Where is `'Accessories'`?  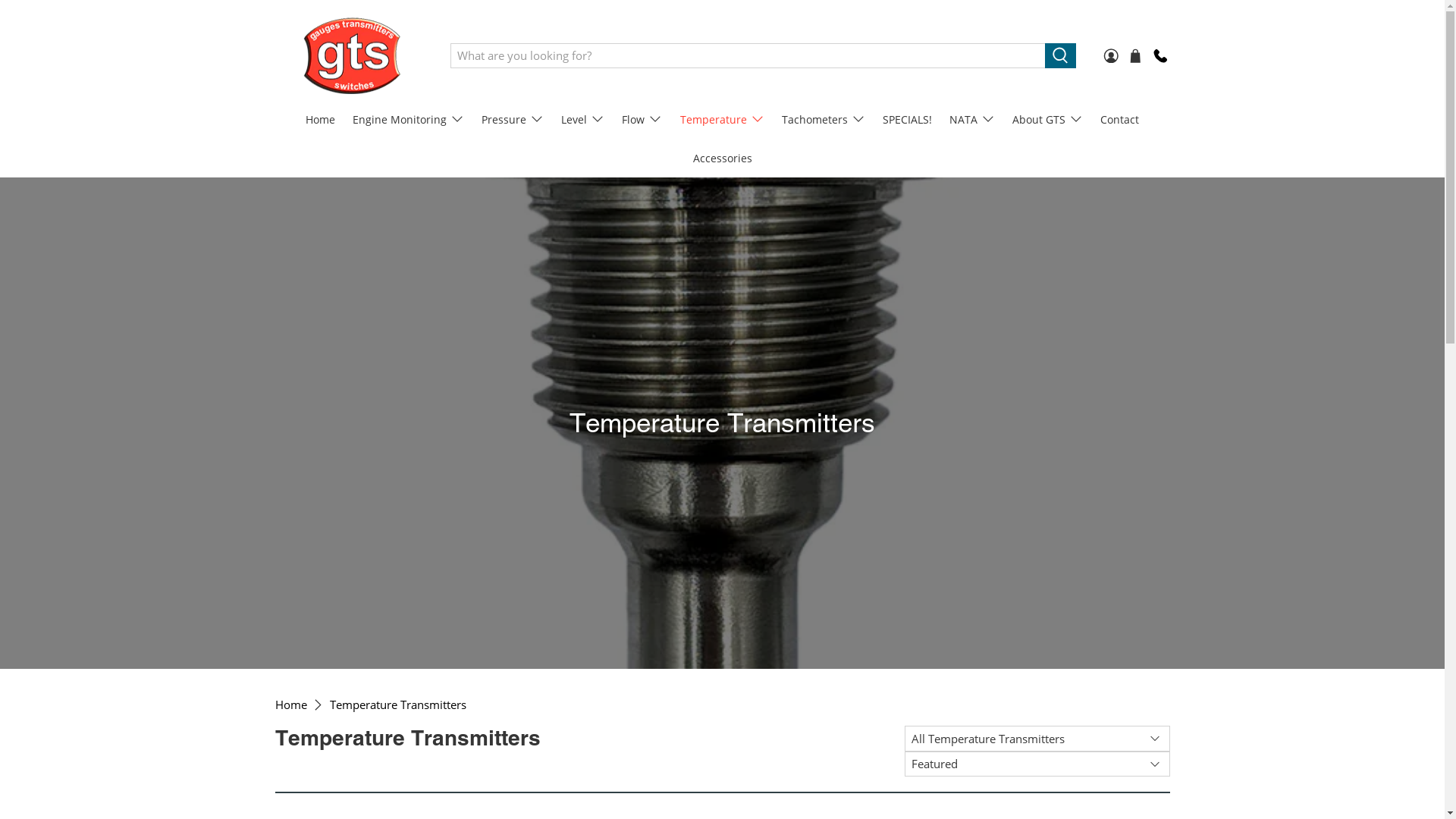
'Accessories' is located at coordinates (683, 158).